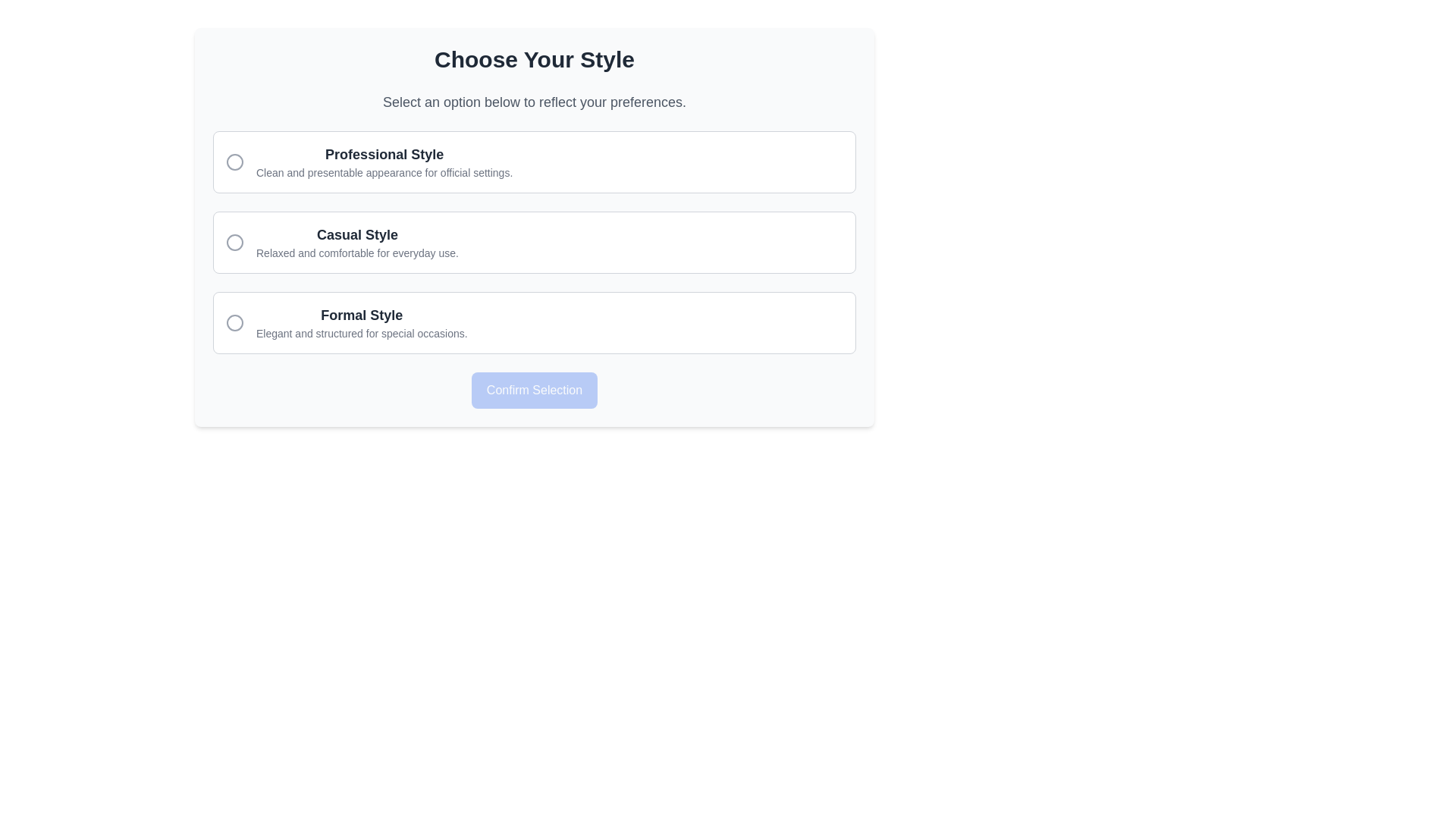 The image size is (1456, 819). Describe the element at coordinates (384, 171) in the screenshot. I see `text element displaying 'Clean and presentable appearance for official settings.' located below the bold title 'Professional Style'` at that location.